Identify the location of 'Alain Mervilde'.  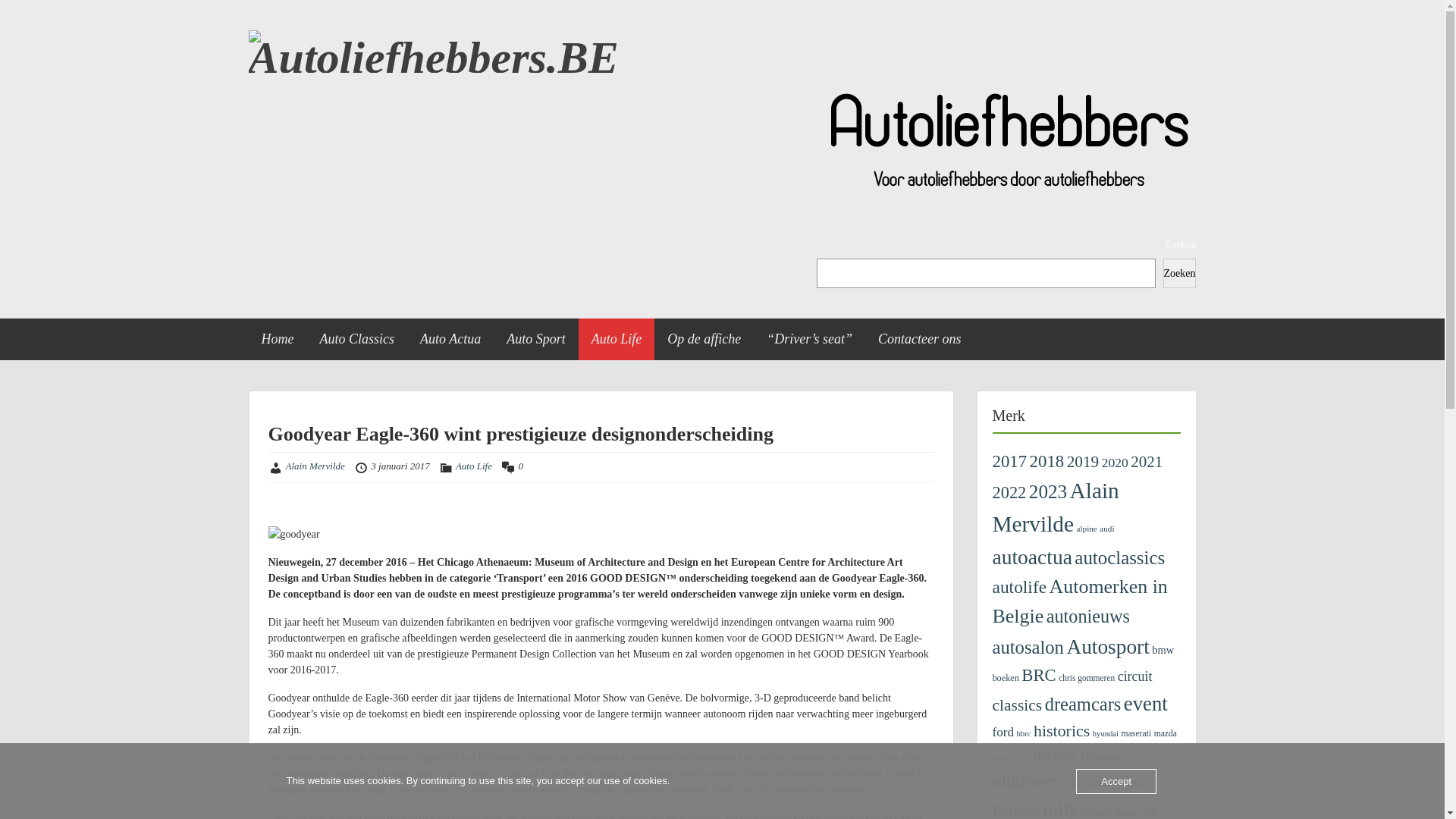
(315, 465).